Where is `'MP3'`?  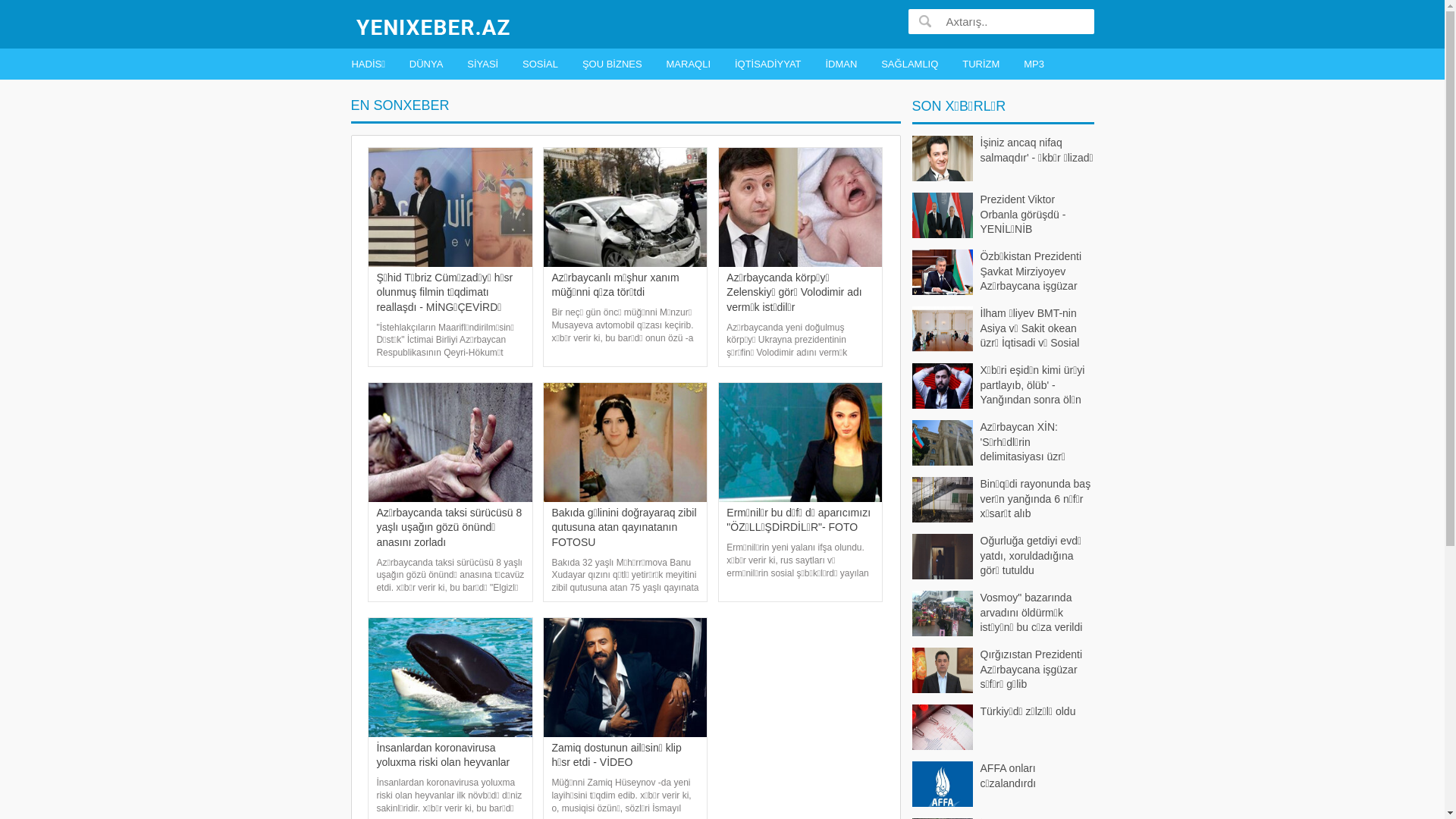
'MP3' is located at coordinates (1019, 63).